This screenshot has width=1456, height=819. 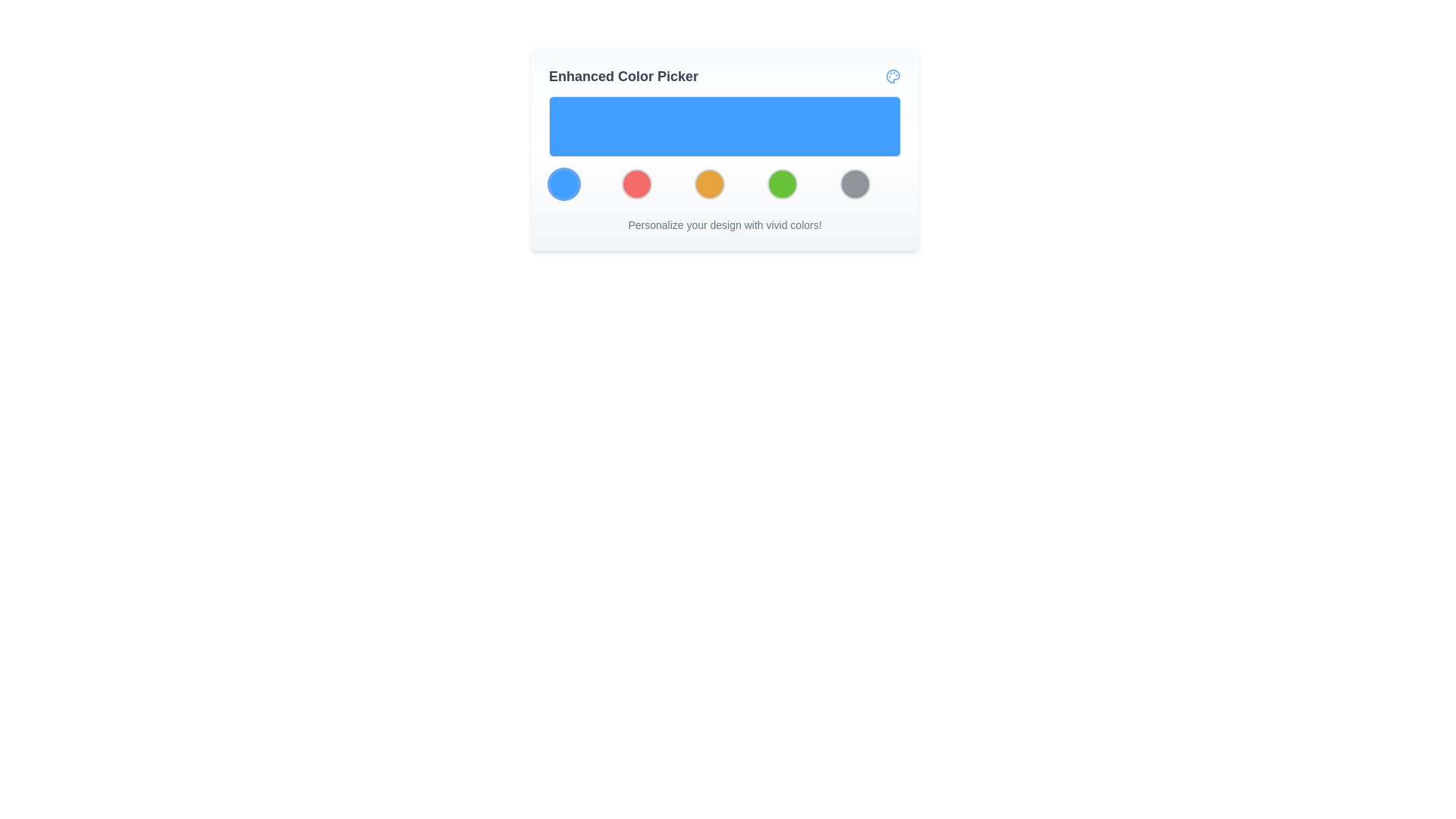 What do you see at coordinates (855, 184) in the screenshot?
I see `the fifth button in a horizontal sequence of five circular buttons in the color picker tool to activate its hover effect` at bounding box center [855, 184].